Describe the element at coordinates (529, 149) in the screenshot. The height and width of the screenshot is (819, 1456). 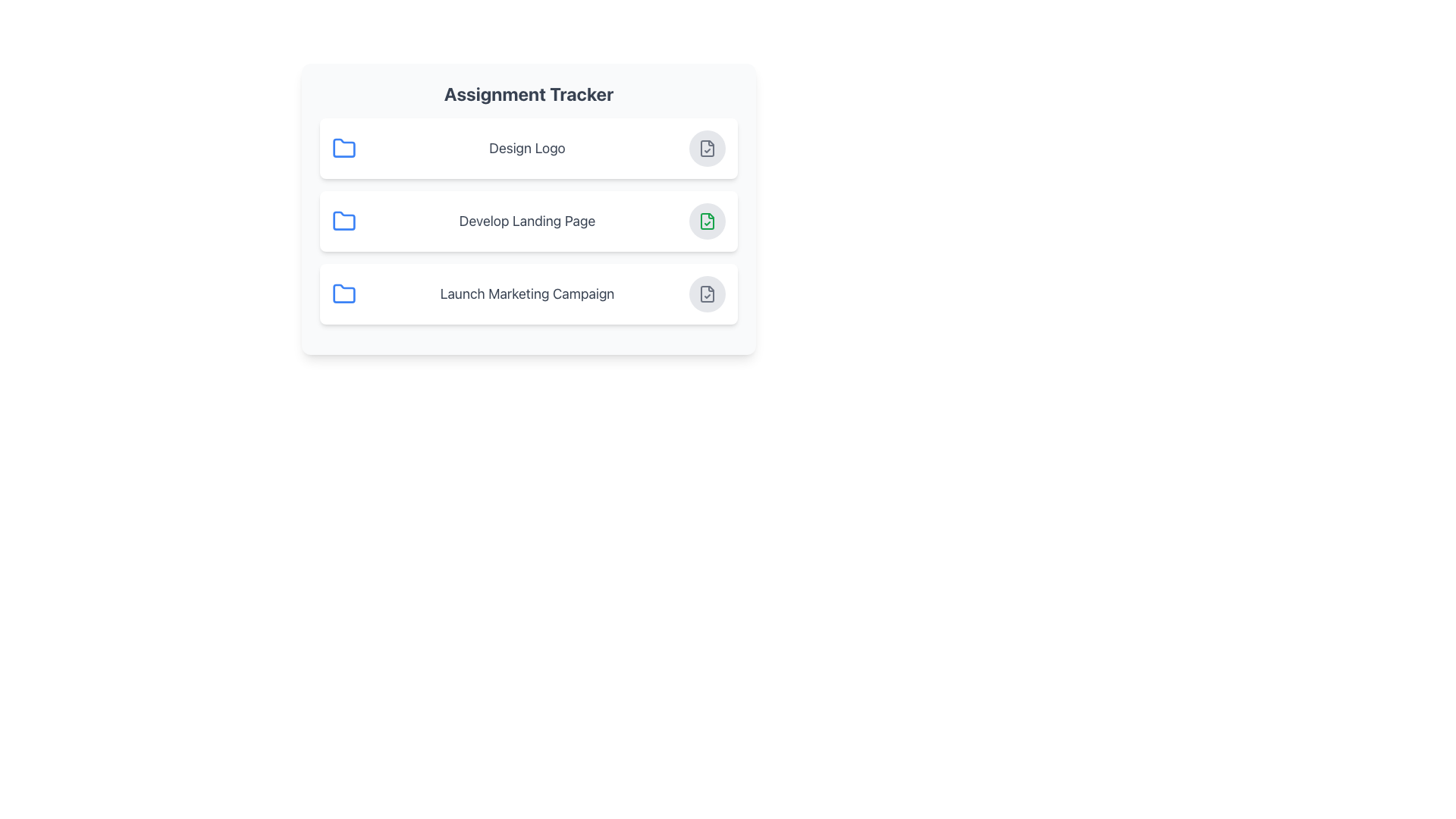
I see `the 'Design Logo' text in the interactive card to edit or view more information` at that location.